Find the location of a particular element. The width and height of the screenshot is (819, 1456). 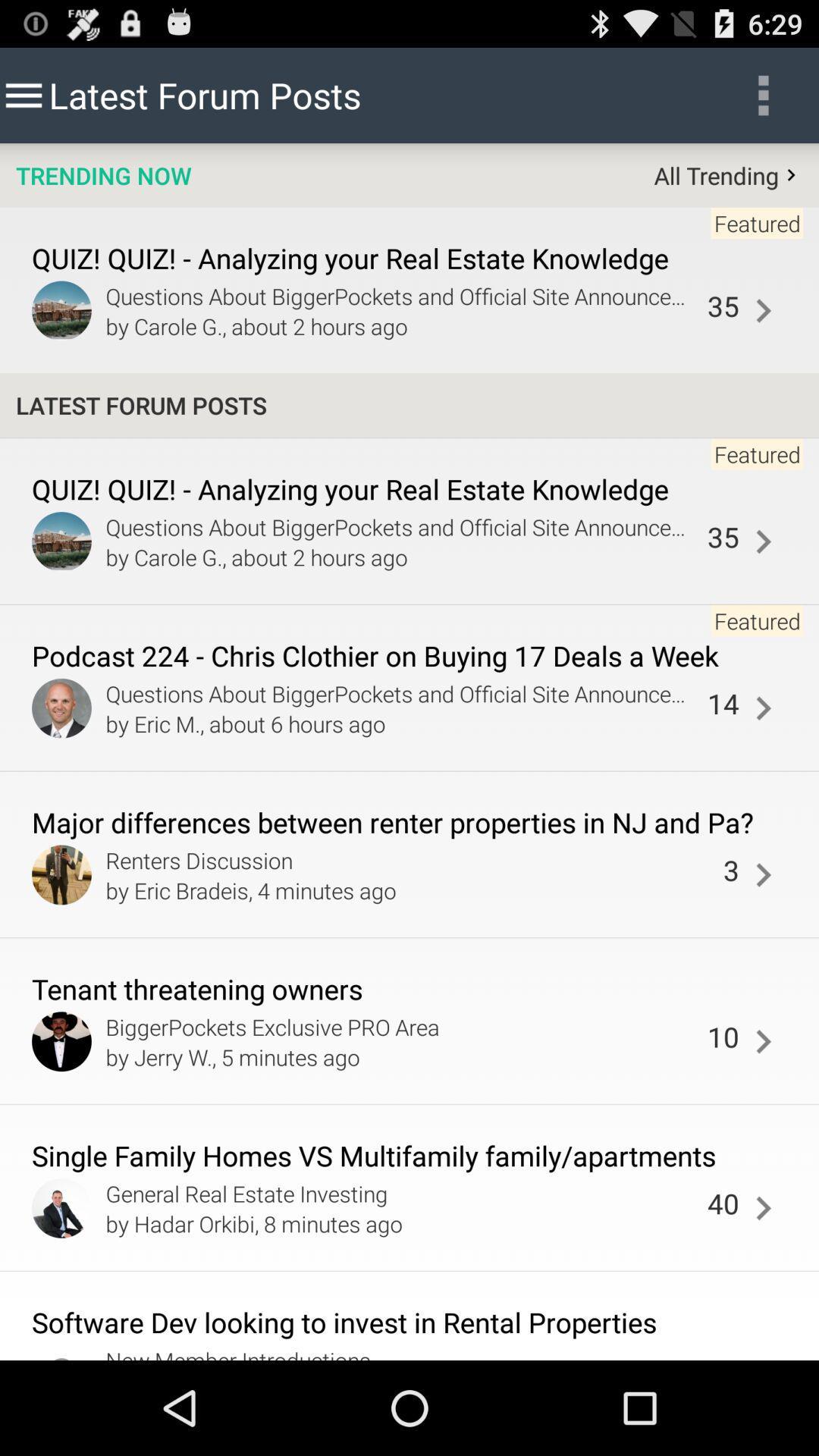

the app next to the 10 app is located at coordinates (763, 1040).